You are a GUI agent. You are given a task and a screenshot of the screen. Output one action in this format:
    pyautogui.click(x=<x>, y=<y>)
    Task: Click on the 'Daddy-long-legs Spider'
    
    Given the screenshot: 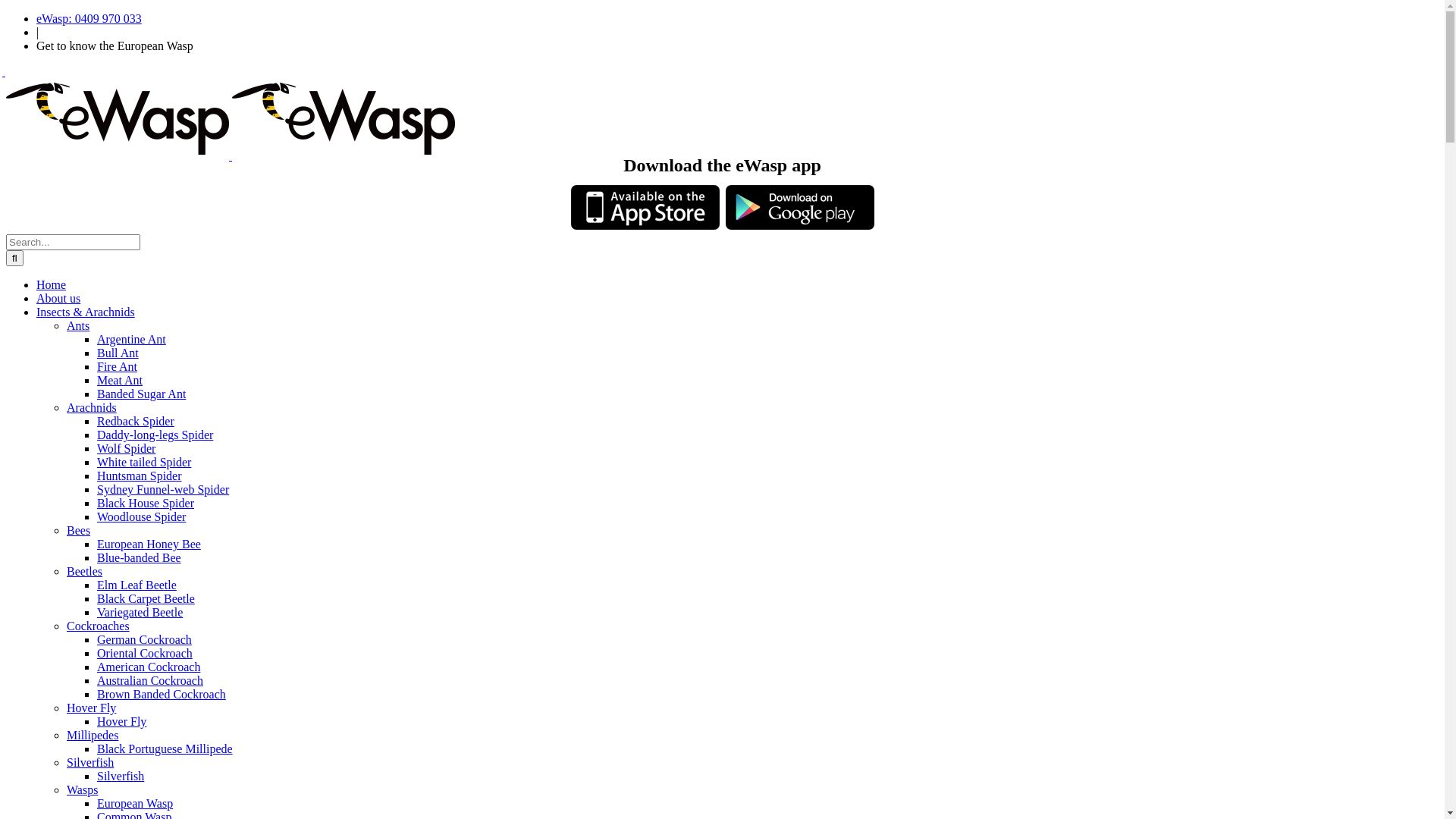 What is the action you would take?
    pyautogui.click(x=155, y=435)
    